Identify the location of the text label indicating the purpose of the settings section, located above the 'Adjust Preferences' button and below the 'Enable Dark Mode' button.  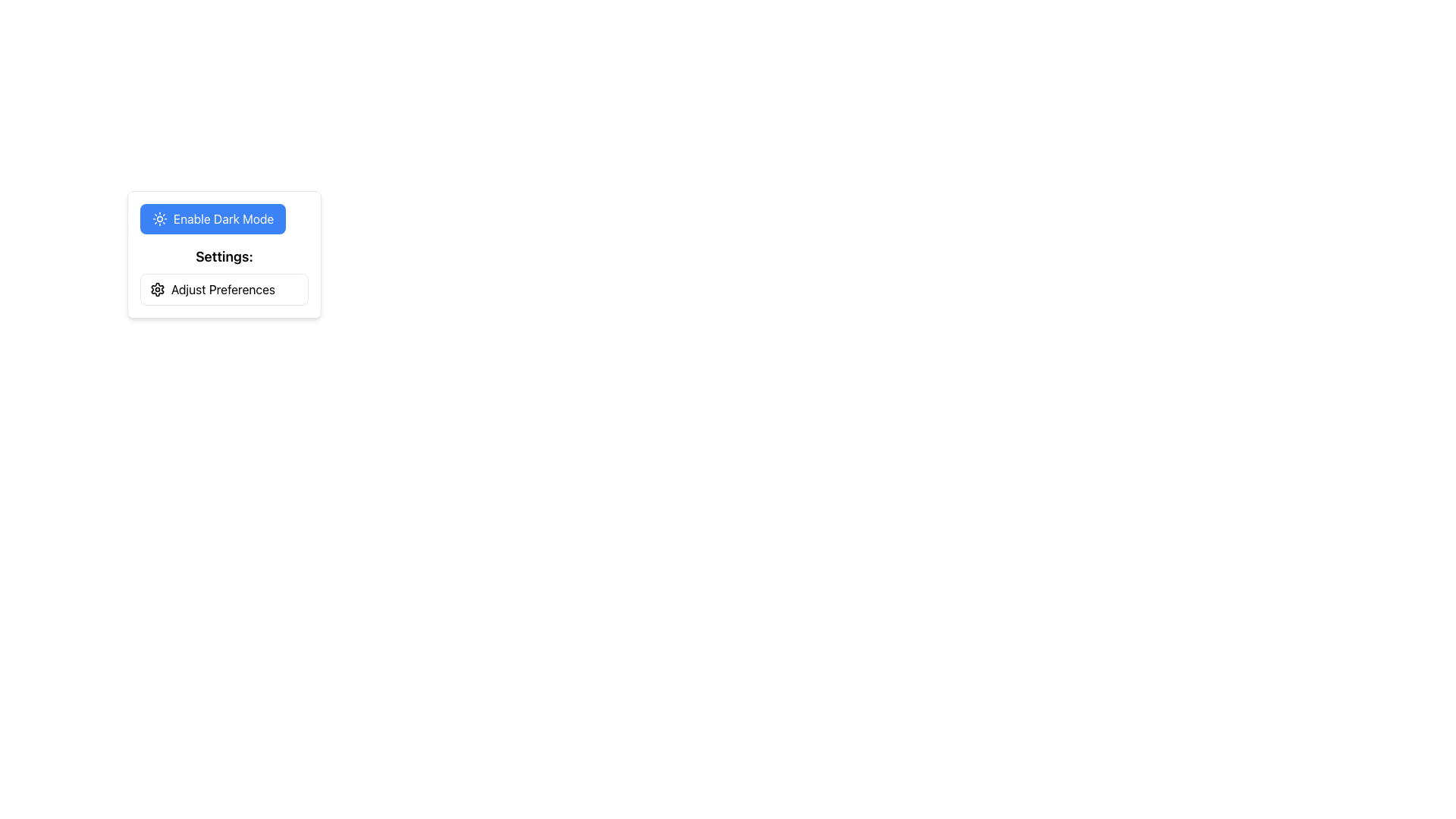
(224, 256).